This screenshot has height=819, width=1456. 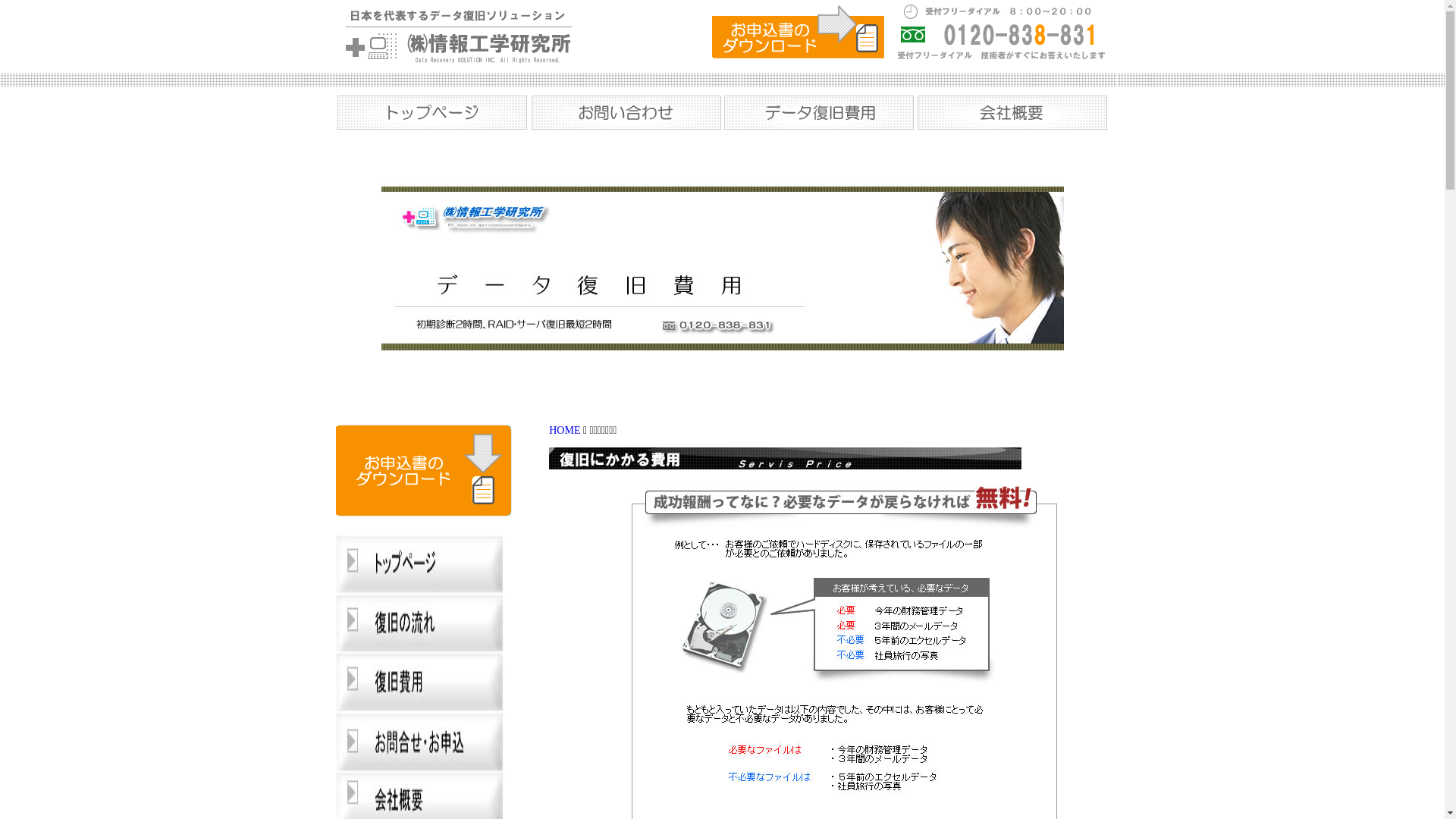 I want to click on 'HOME', so click(x=548, y=430).